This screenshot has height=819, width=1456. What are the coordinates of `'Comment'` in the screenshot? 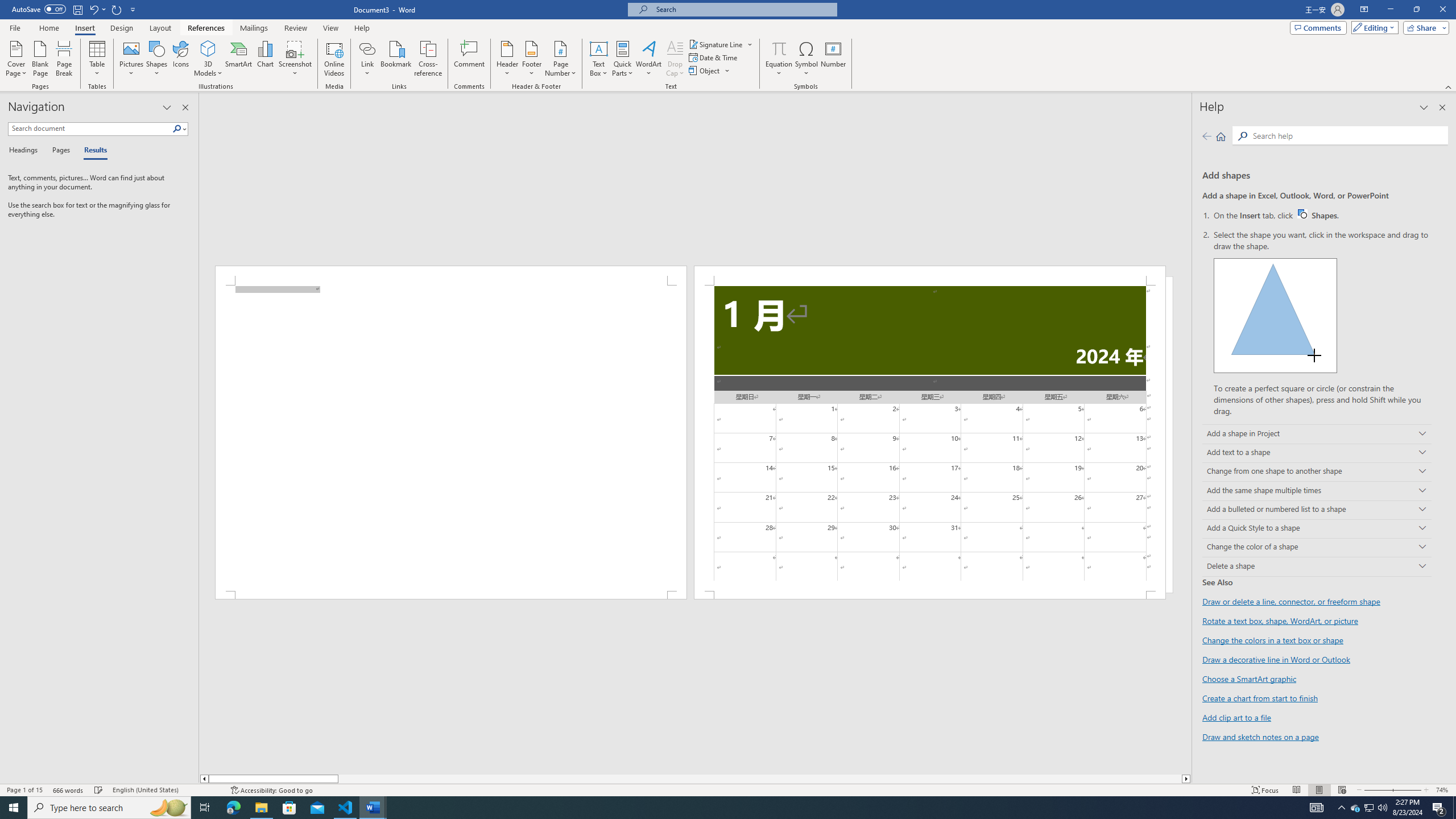 It's located at (469, 59).